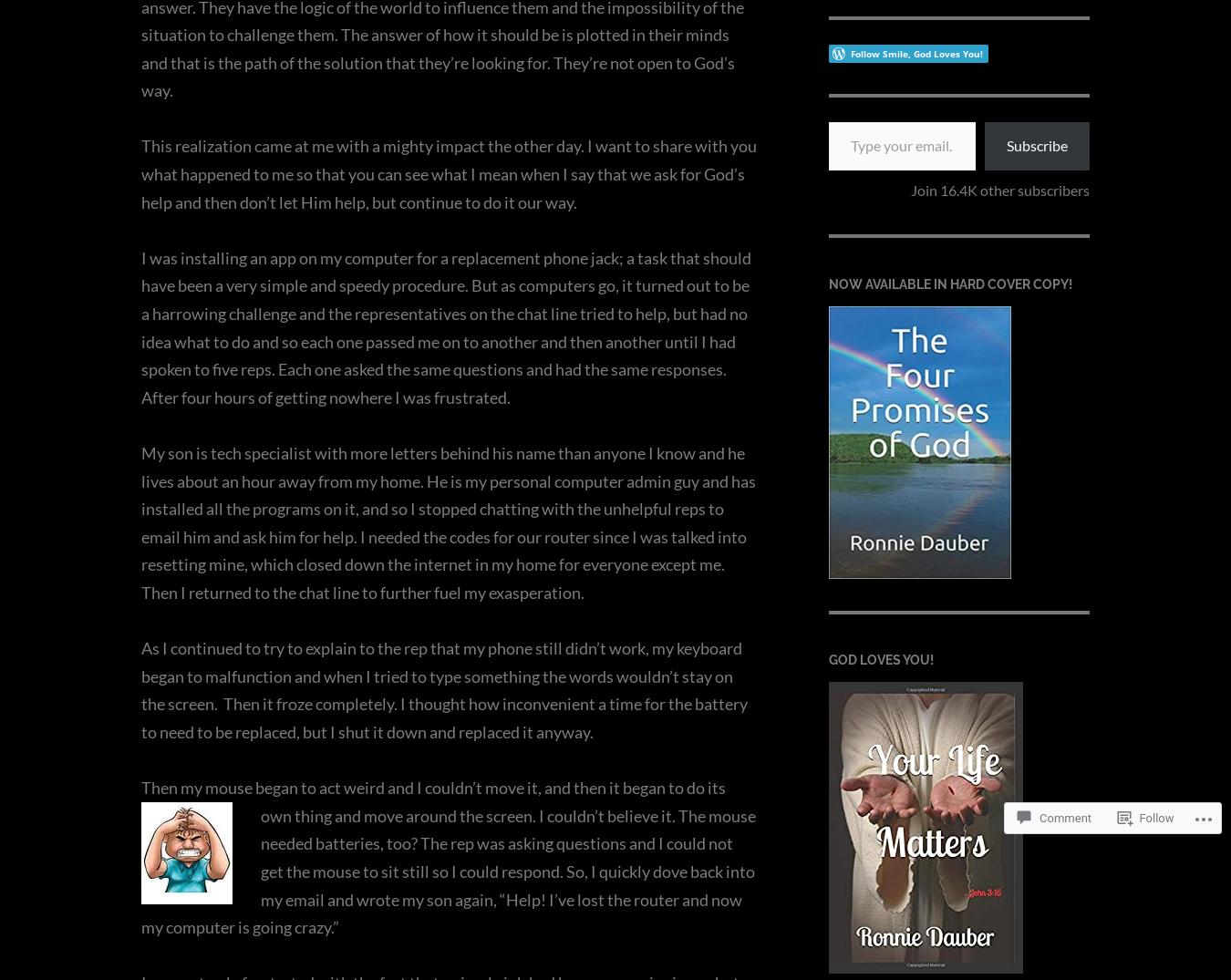 The width and height of the screenshot is (1231, 980). What do you see at coordinates (1139, 817) in the screenshot?
I see `'Follow'` at bounding box center [1139, 817].